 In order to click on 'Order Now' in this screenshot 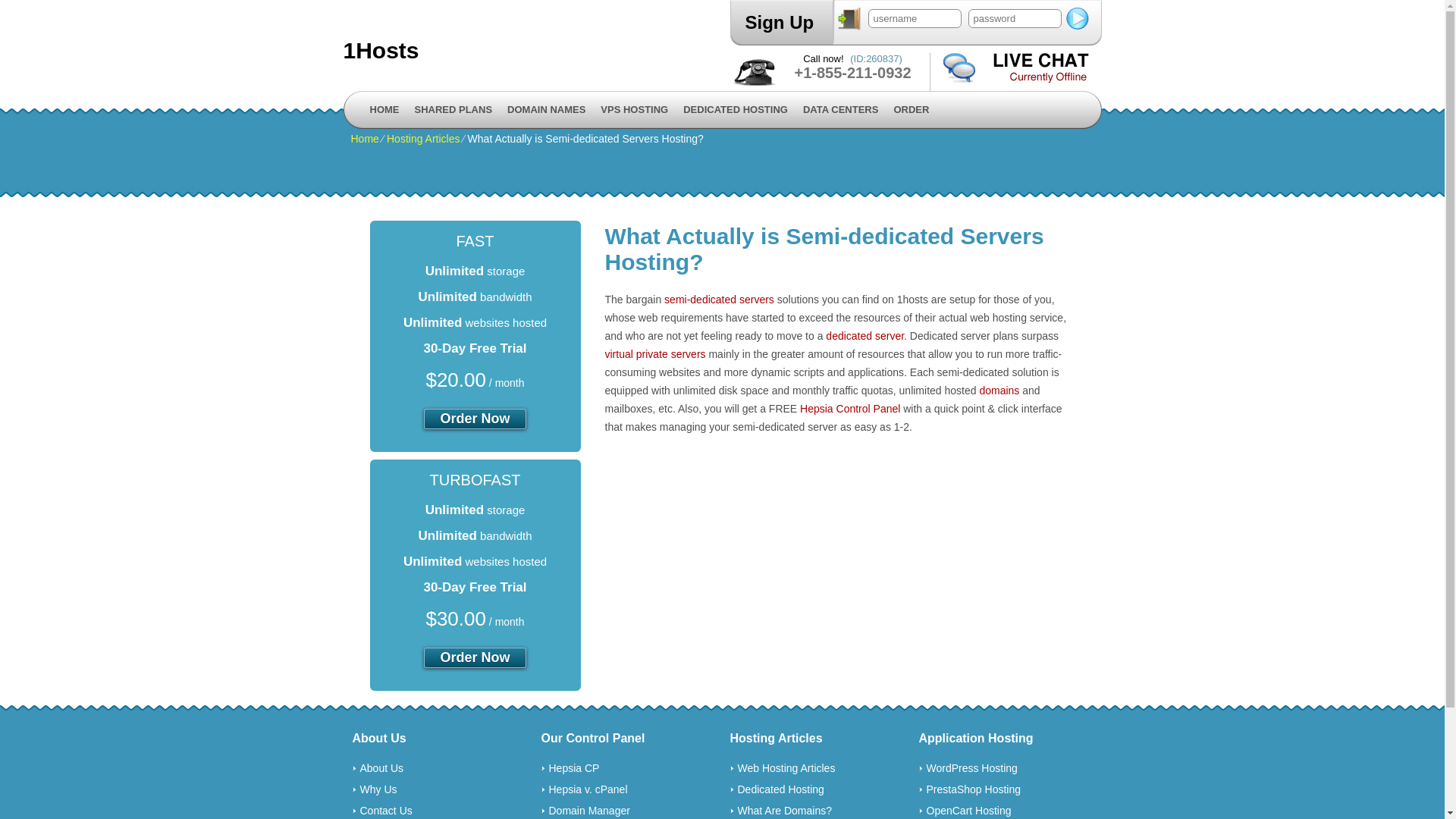, I will do `click(473, 419)`.